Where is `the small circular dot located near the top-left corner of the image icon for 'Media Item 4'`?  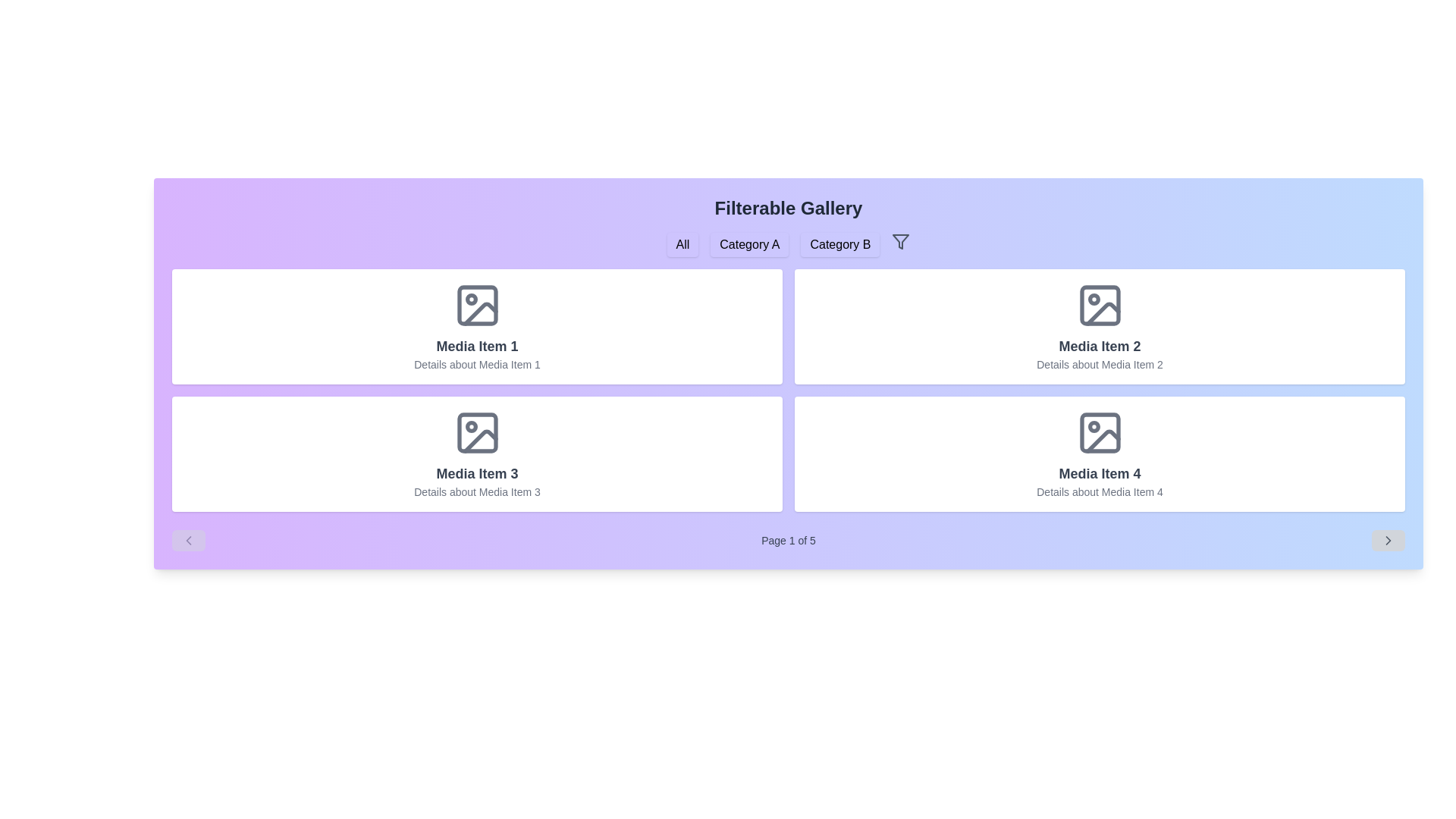 the small circular dot located near the top-left corner of the image icon for 'Media Item 4' is located at coordinates (1094, 427).